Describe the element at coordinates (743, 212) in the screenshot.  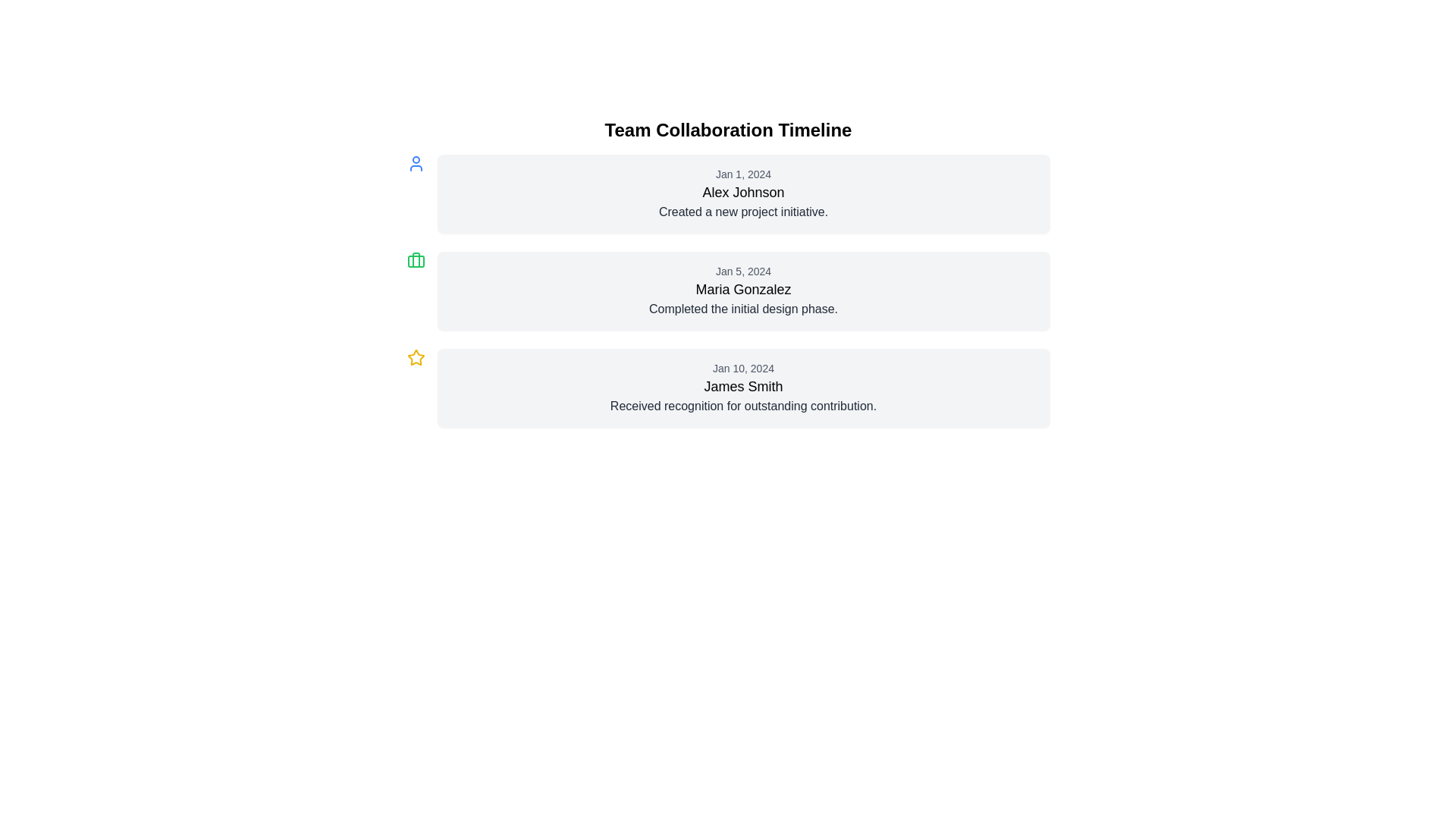
I see `the text label positioned below the name 'Alex Johnson' in the card` at that location.